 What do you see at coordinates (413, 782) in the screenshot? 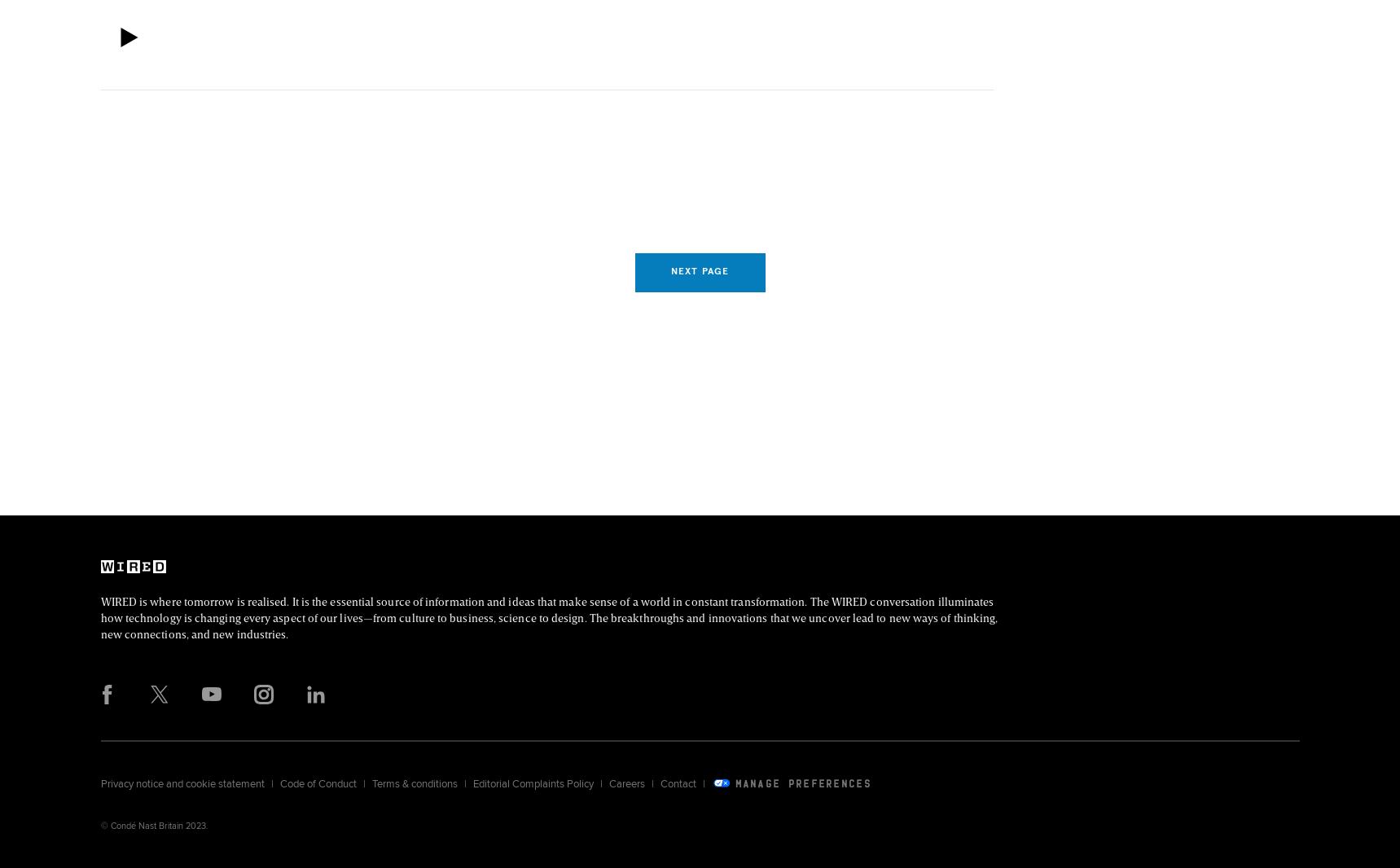
I see `'Terms & conditions'` at bounding box center [413, 782].